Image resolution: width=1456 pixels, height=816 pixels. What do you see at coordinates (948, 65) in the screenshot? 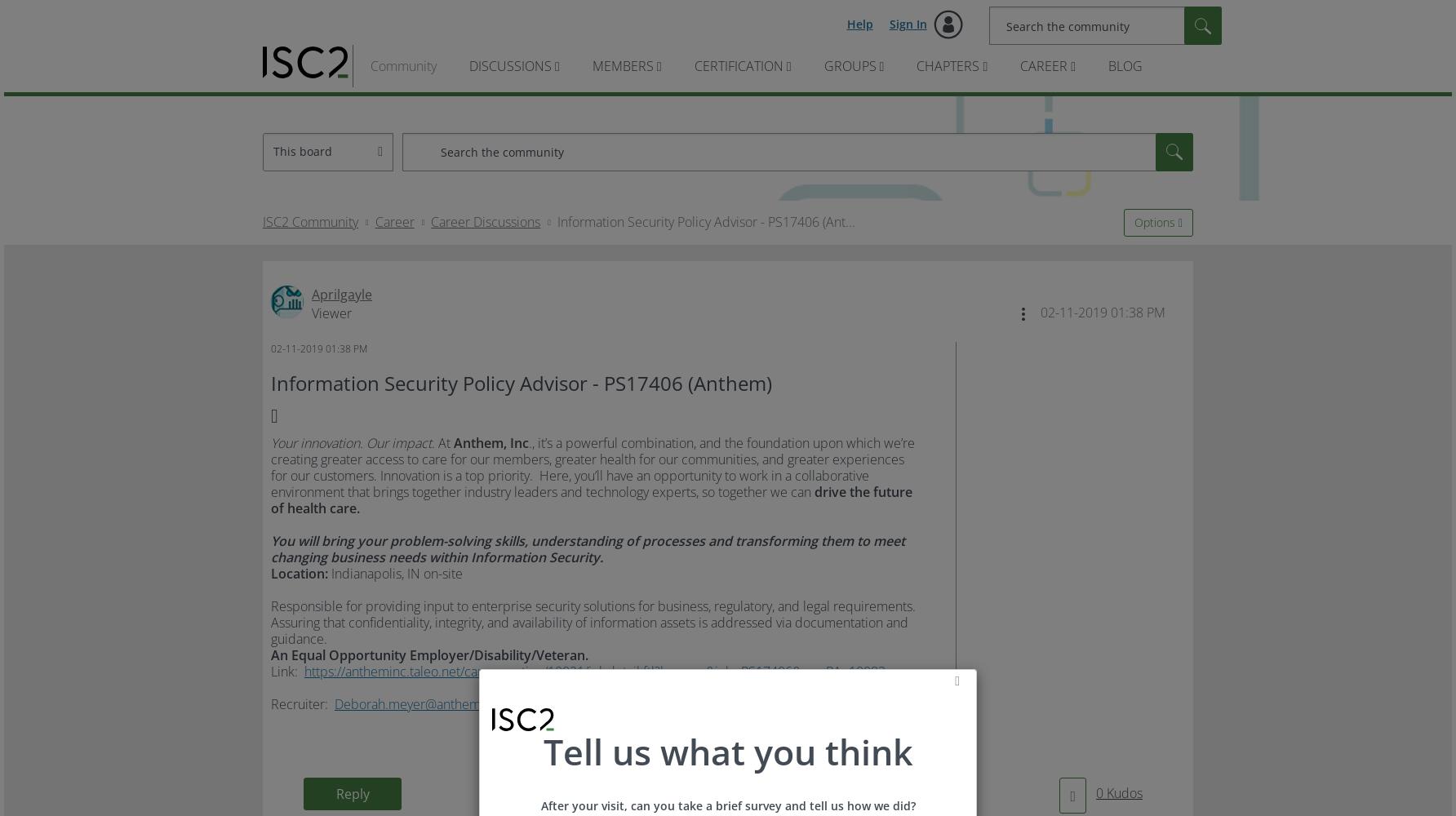
I see `'Chapters'` at bounding box center [948, 65].